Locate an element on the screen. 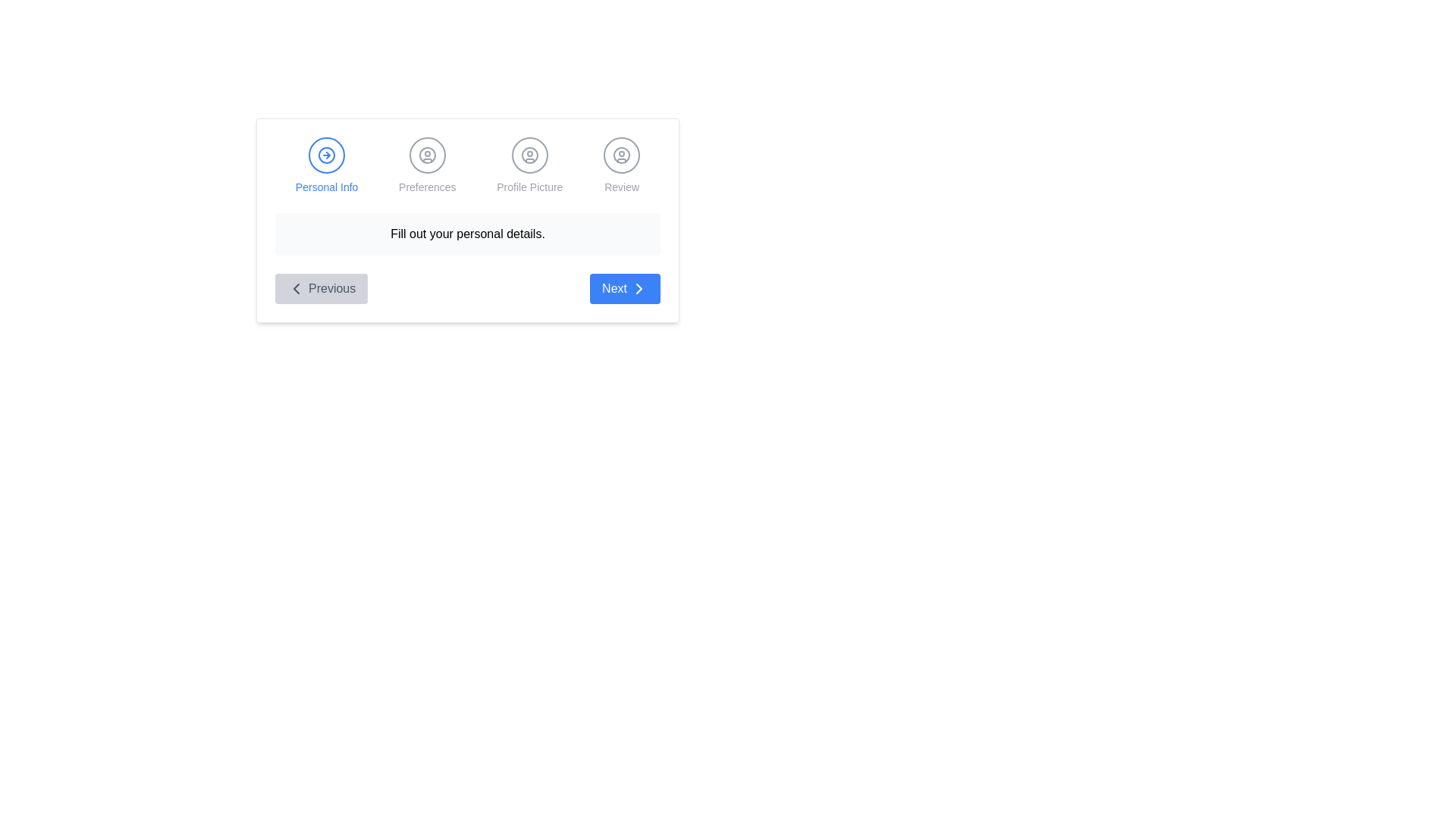  the informational text block that prompts users to fill in their personal details, located below the navigation section and above the action buttons is located at coordinates (467, 234).